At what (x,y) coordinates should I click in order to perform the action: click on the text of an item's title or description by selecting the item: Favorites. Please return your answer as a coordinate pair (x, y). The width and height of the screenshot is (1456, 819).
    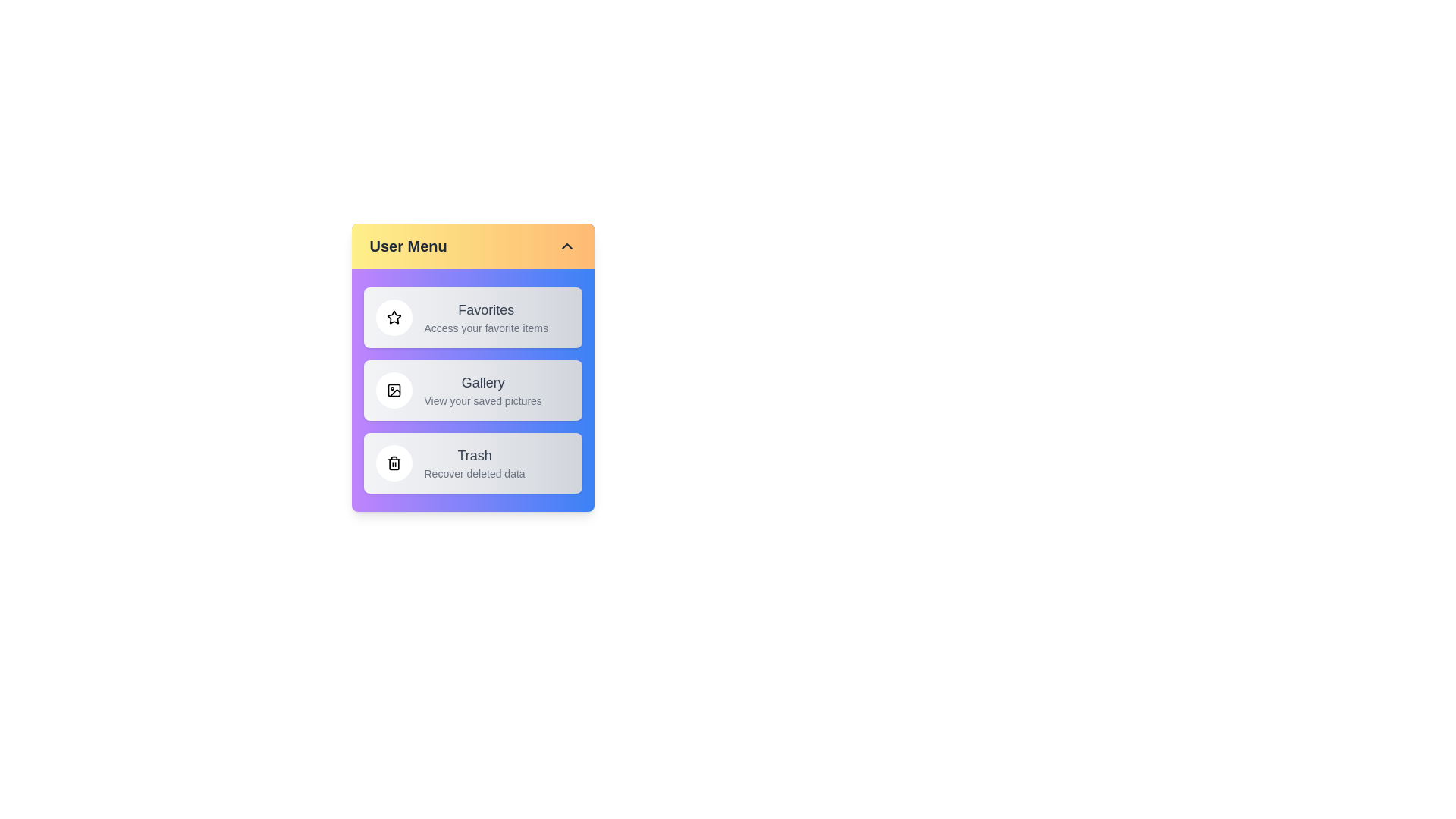
    Looking at the image, I should click on (472, 317).